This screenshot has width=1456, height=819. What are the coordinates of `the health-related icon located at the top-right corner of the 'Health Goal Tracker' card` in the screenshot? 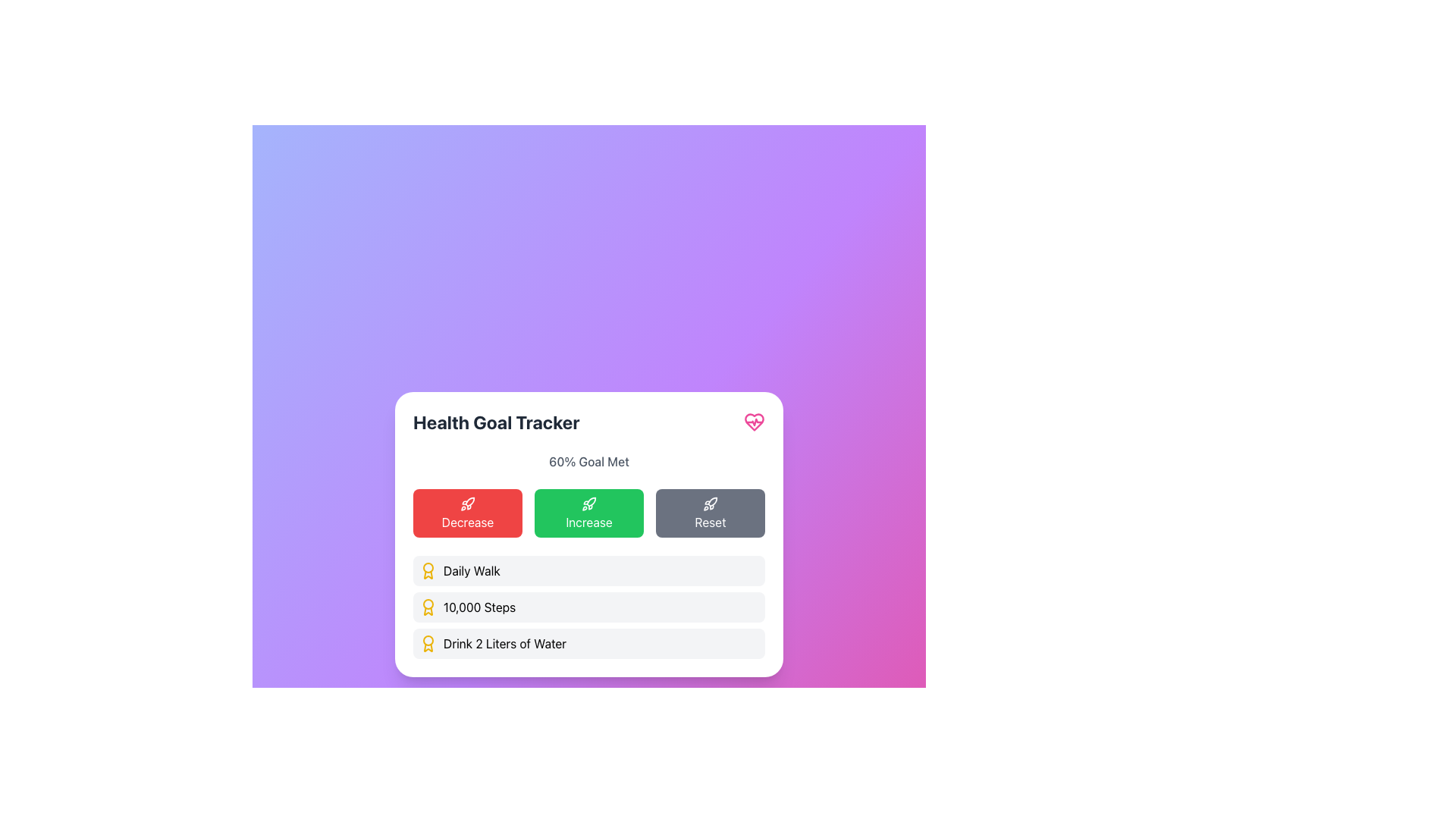 It's located at (754, 422).